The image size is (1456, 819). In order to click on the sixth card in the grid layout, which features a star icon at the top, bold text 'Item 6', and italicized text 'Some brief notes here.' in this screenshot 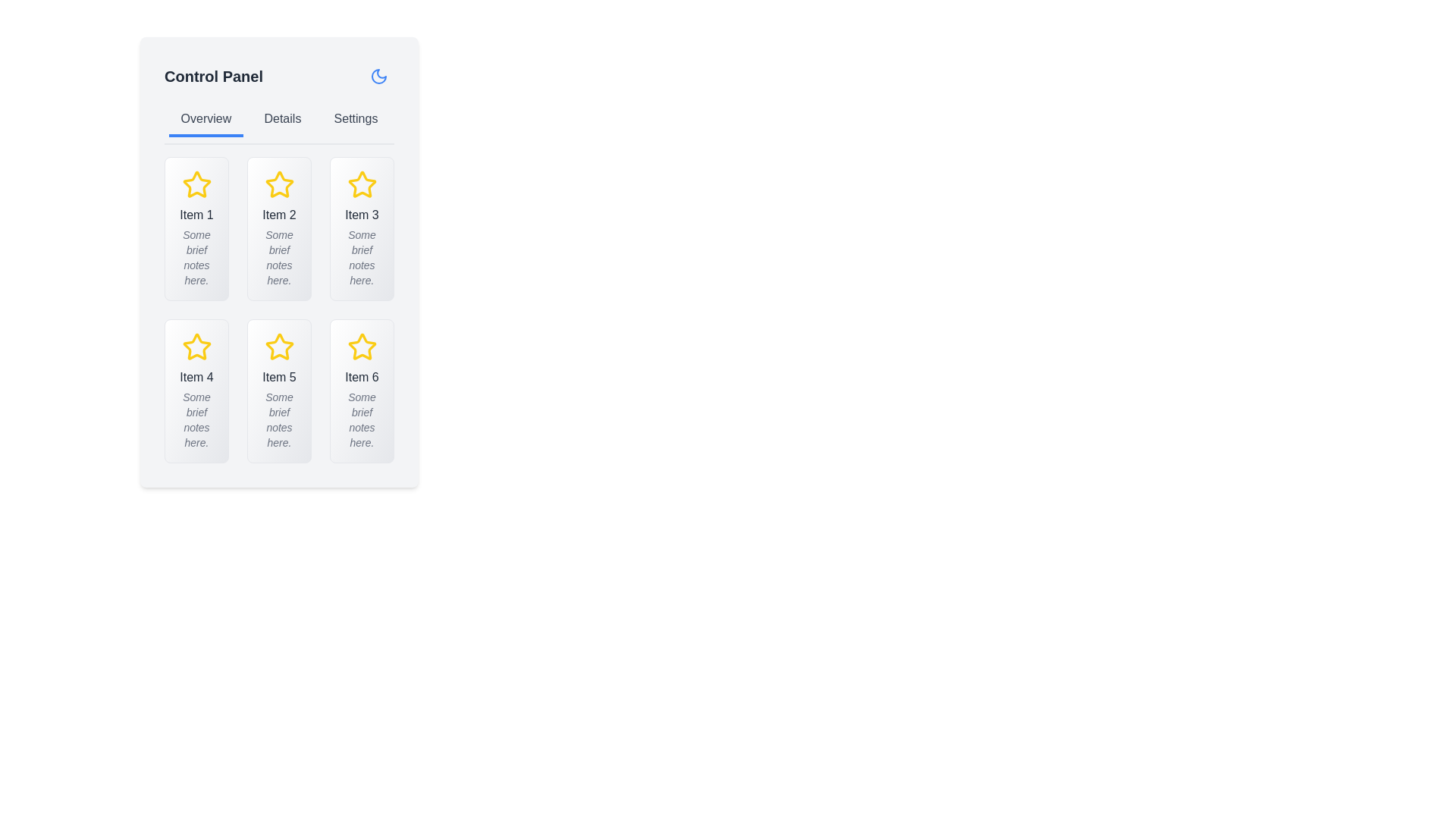, I will do `click(361, 391)`.